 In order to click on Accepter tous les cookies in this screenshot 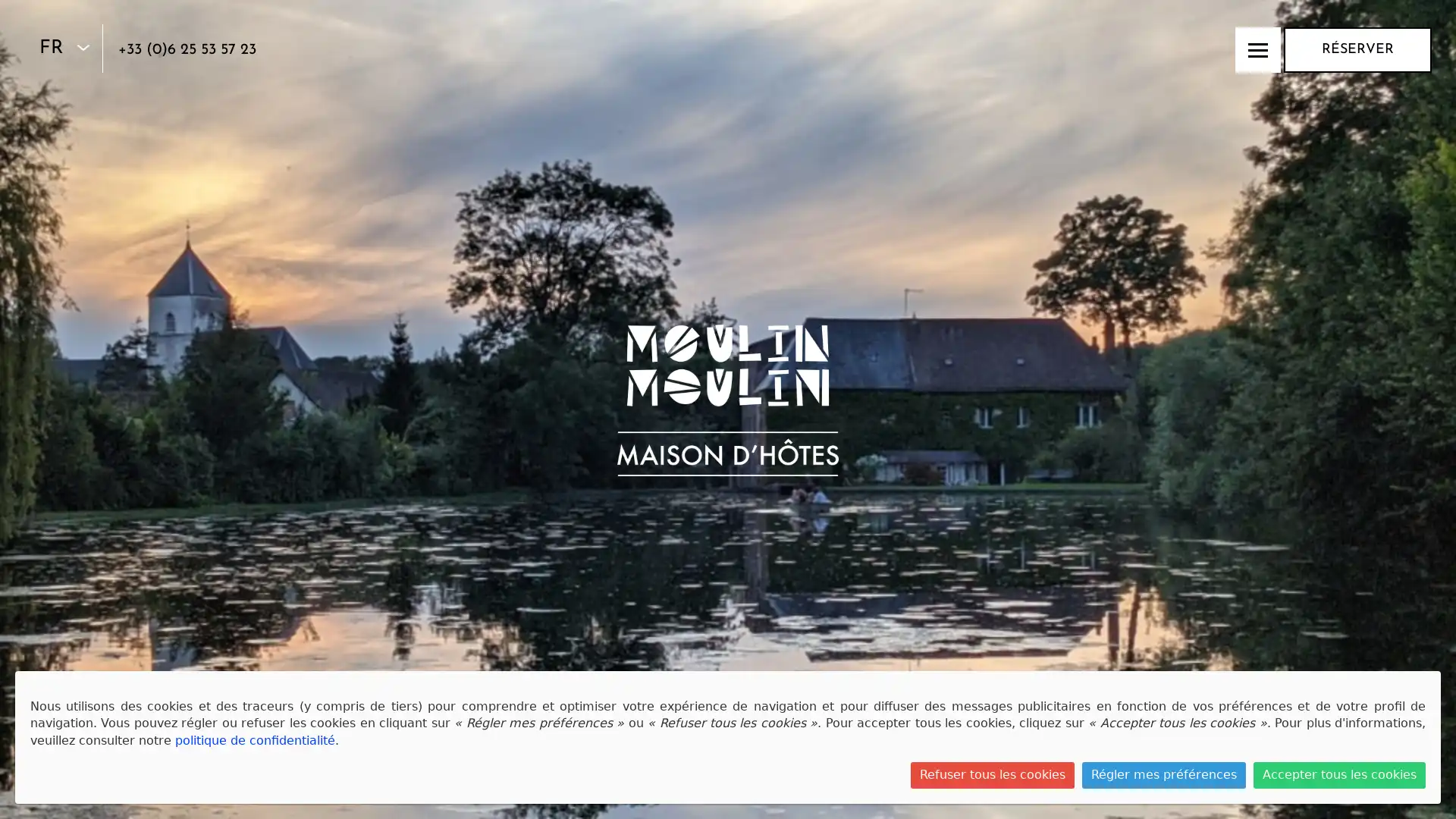, I will do `click(1339, 775)`.